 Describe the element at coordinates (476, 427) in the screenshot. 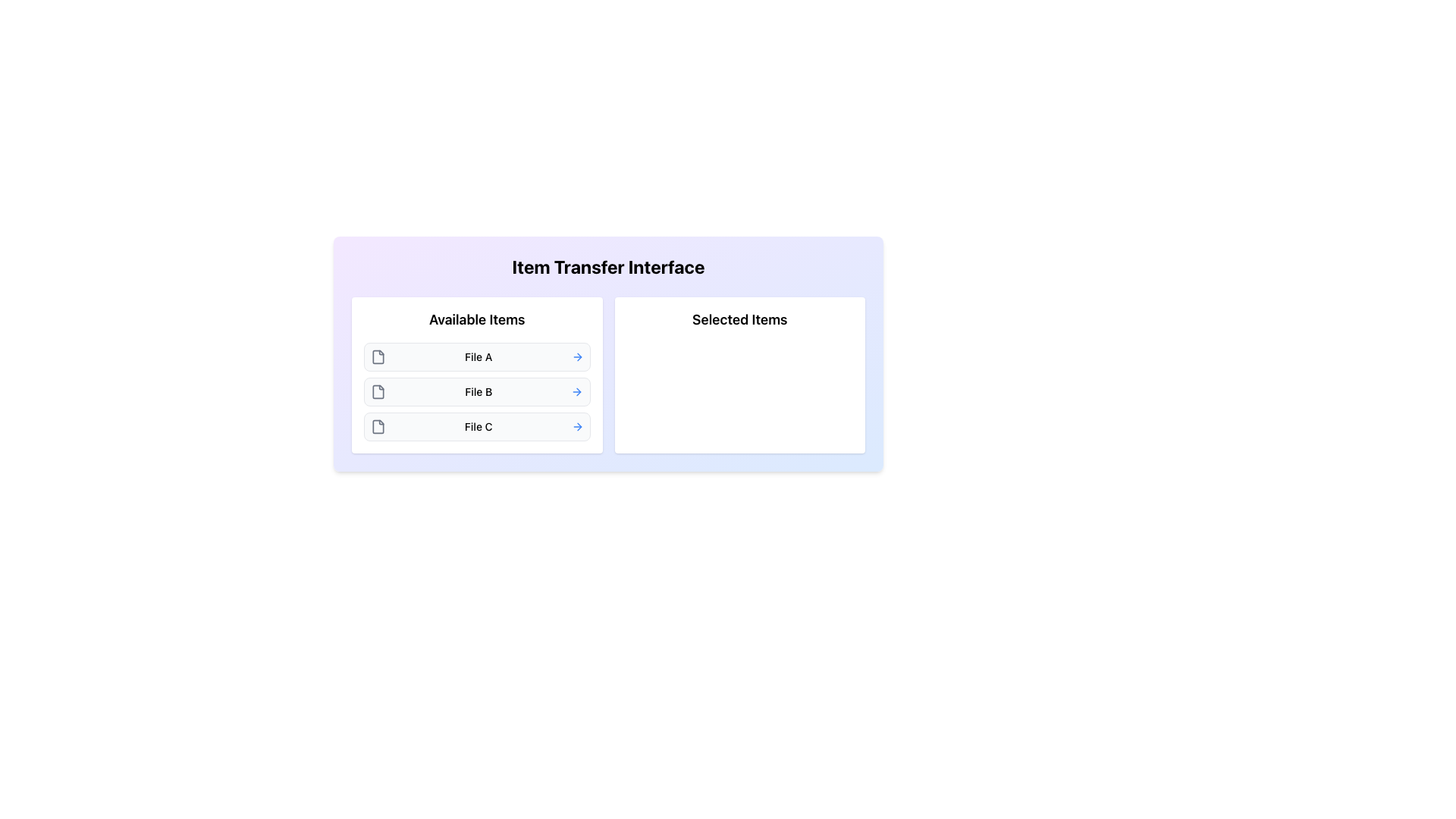

I see `the list item representing 'File C'` at that location.